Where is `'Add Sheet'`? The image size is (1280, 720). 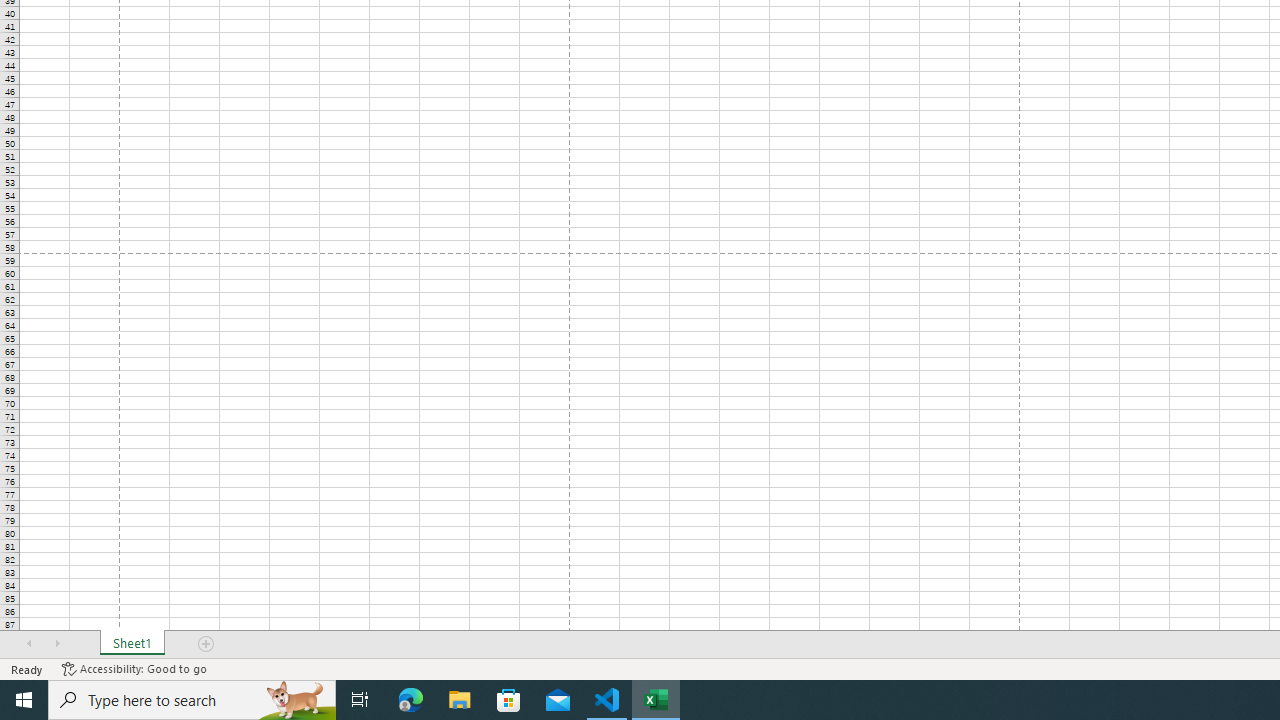
'Add Sheet' is located at coordinates (207, 644).